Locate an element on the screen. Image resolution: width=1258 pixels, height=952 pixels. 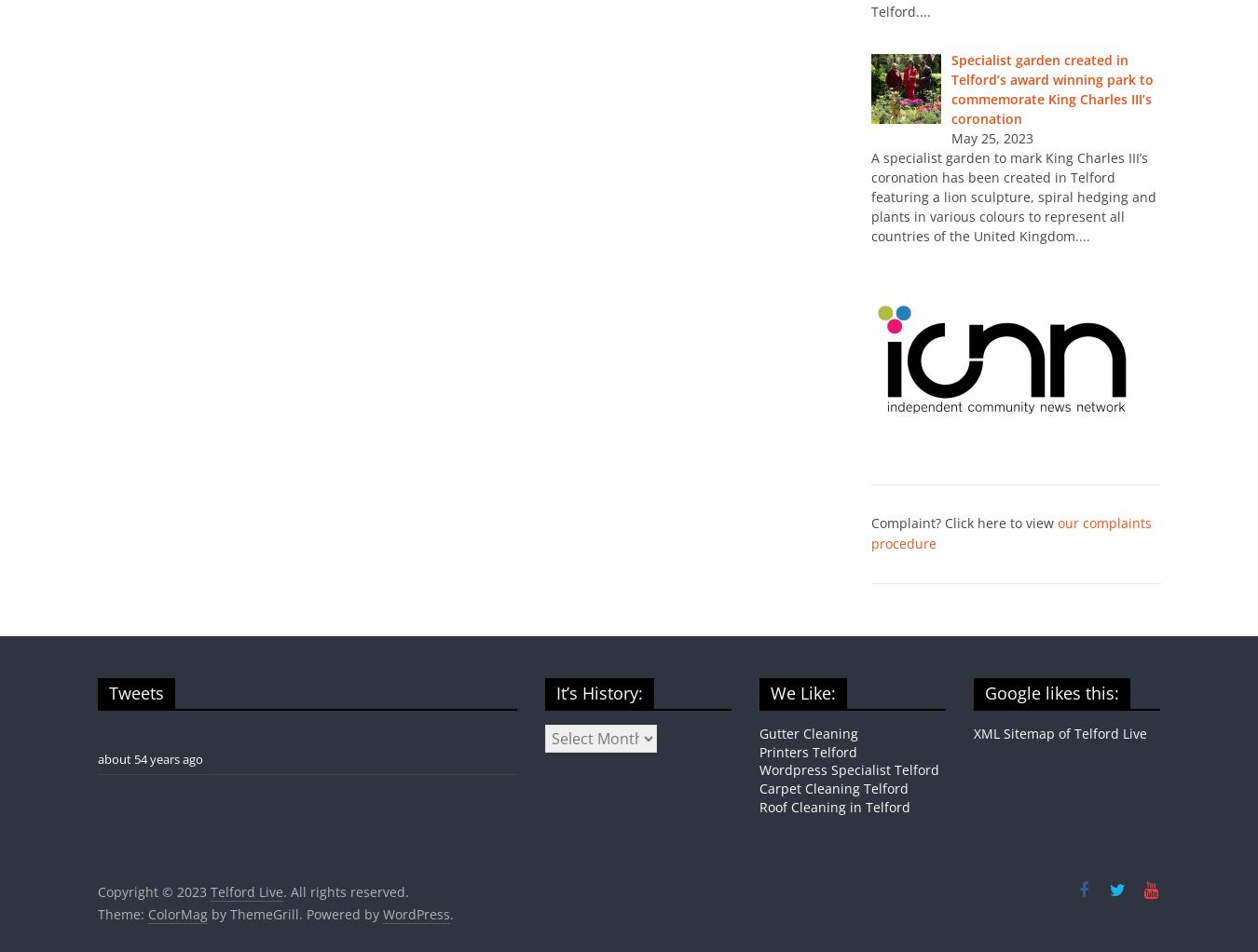
'A specialist garden to mark King Charles III’s coronation has been created in Telford featuring a lion sculpture, spiral hedging and plants in various colours to represent all countries of the United Kingdom.' is located at coordinates (870, 196).